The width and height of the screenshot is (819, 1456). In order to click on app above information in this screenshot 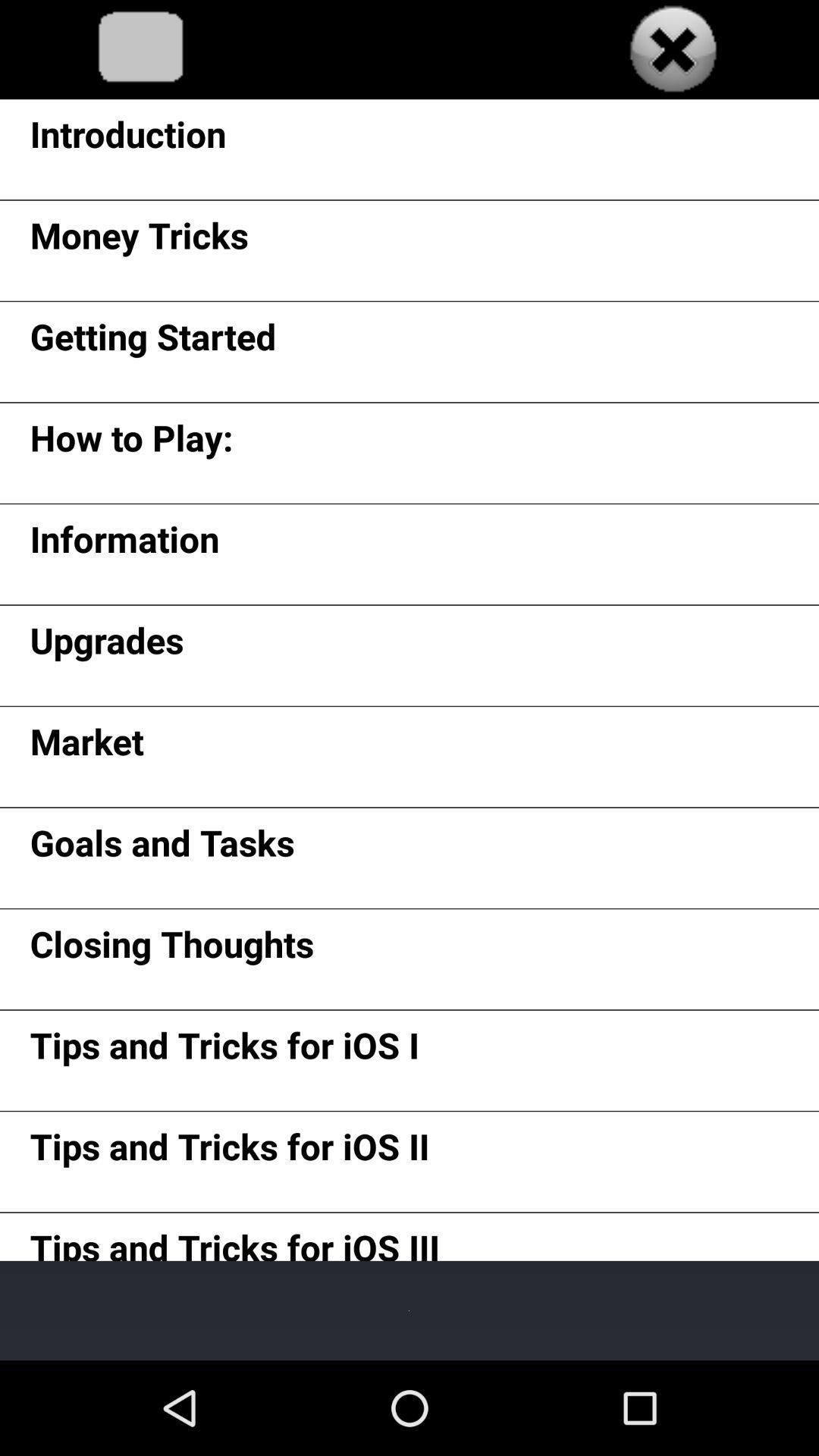, I will do `click(130, 442)`.